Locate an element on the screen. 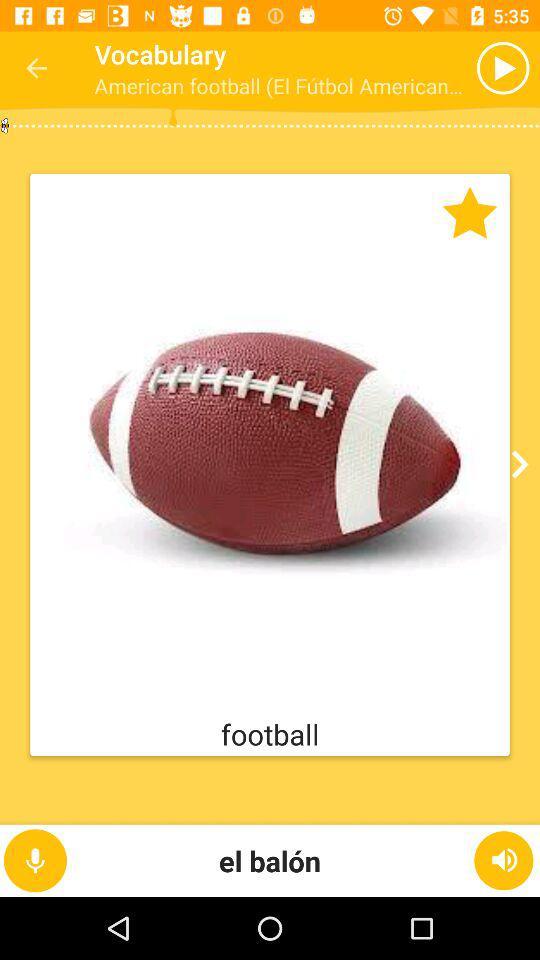  the play icon is located at coordinates (463, 68).